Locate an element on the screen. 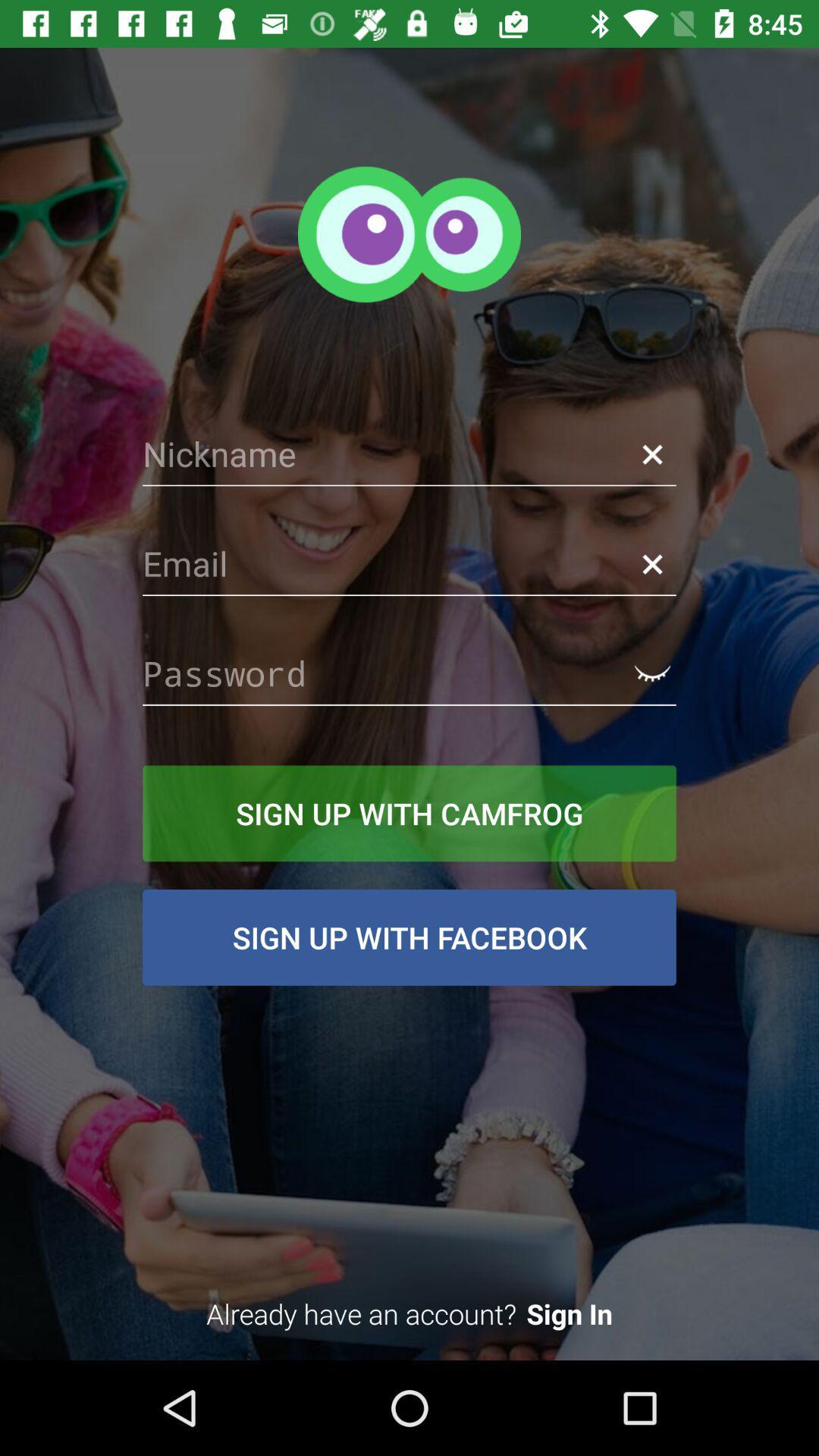  delete nickname is located at coordinates (651, 453).